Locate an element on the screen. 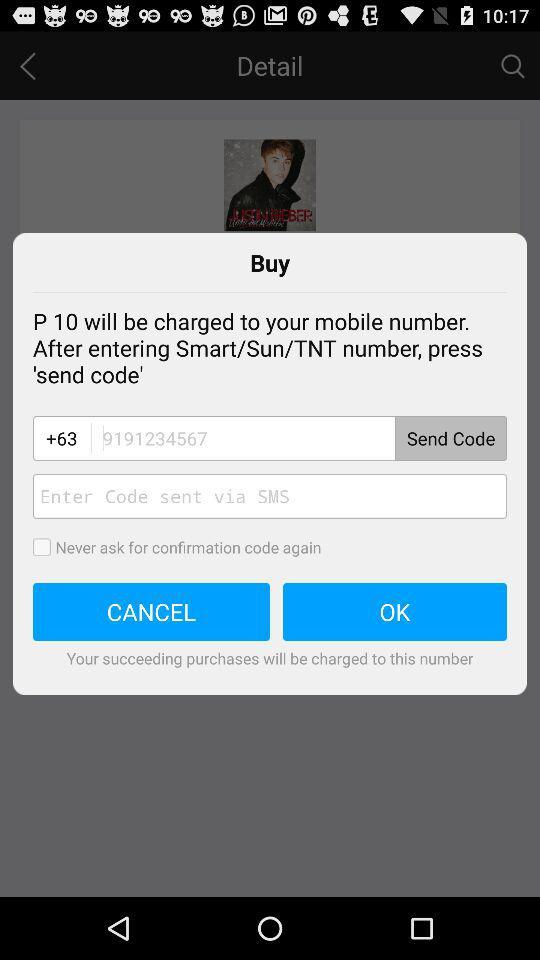  code is located at coordinates (297, 438).